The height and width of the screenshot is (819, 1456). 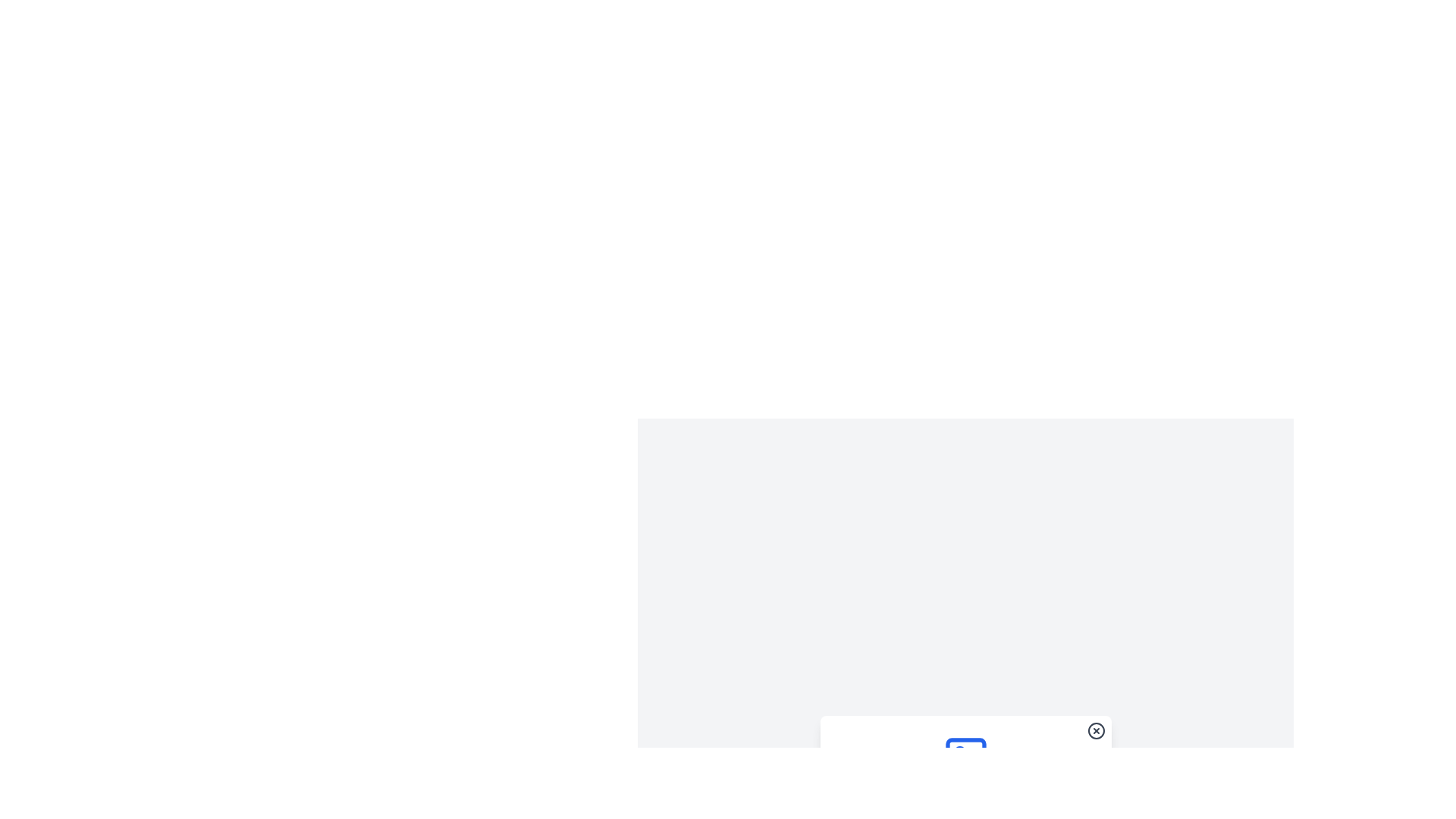 I want to click on the appearance of the SVG circle element with a cross graphic, which serves as a close action representation located at the bottom-right corner of the interface, so click(x=1096, y=730).